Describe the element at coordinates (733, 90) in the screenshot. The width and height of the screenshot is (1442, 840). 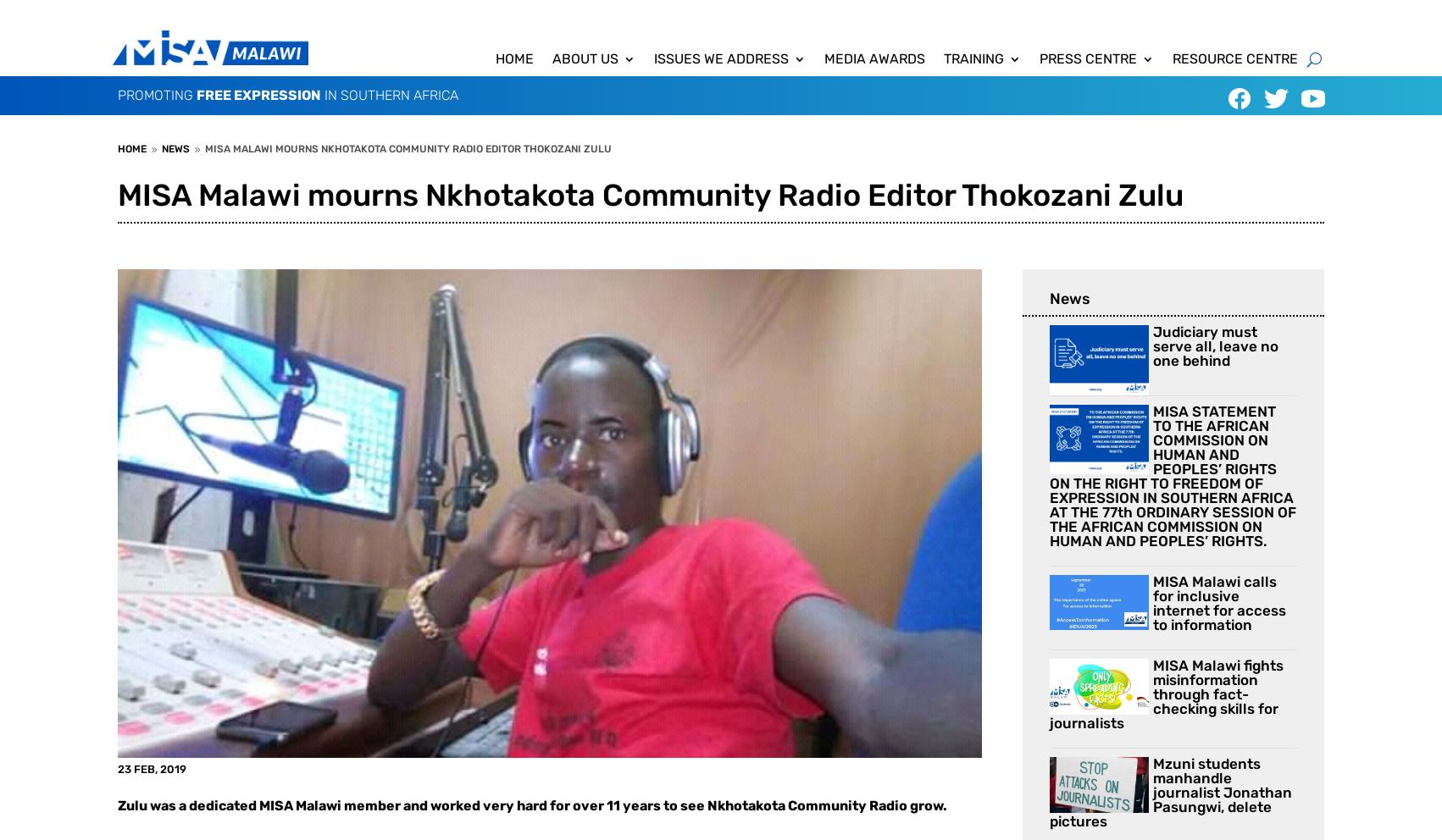
I see `'Access to information'` at that location.